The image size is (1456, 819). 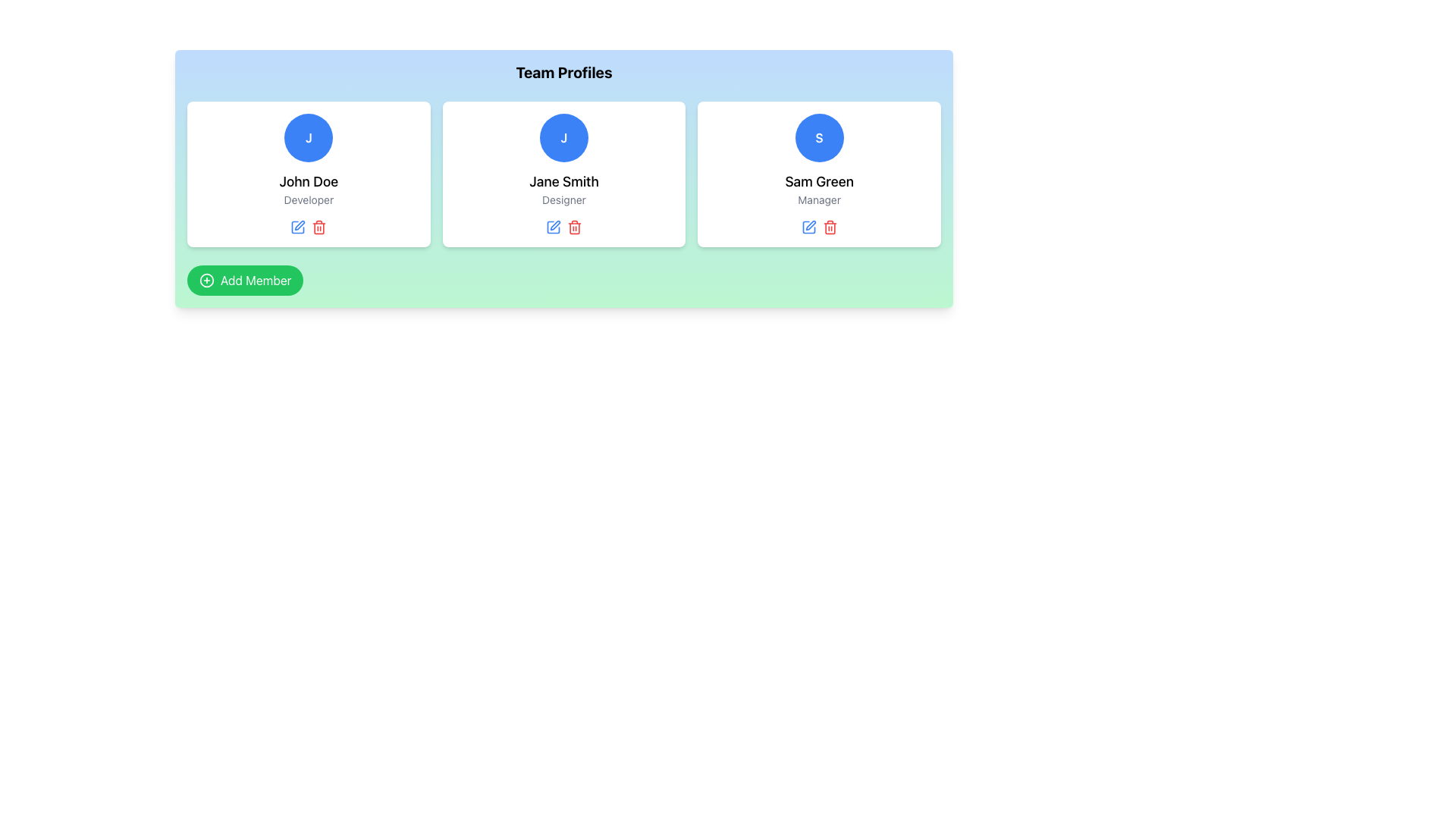 What do you see at coordinates (245, 281) in the screenshot?
I see `the 'Add Member' button by tabbing for keyboard navigation` at bounding box center [245, 281].